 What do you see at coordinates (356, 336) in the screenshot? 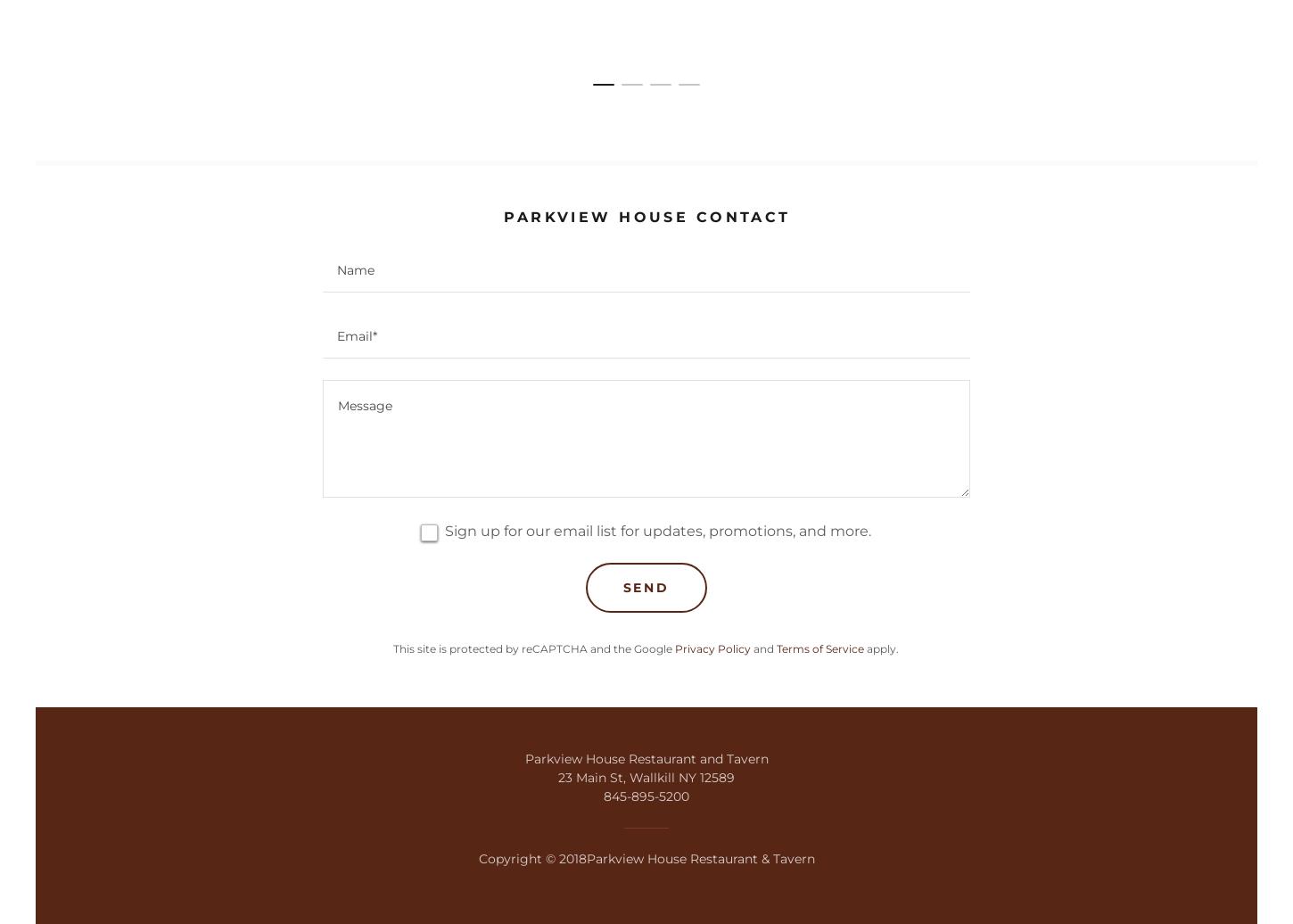
I see `'Email*'` at bounding box center [356, 336].